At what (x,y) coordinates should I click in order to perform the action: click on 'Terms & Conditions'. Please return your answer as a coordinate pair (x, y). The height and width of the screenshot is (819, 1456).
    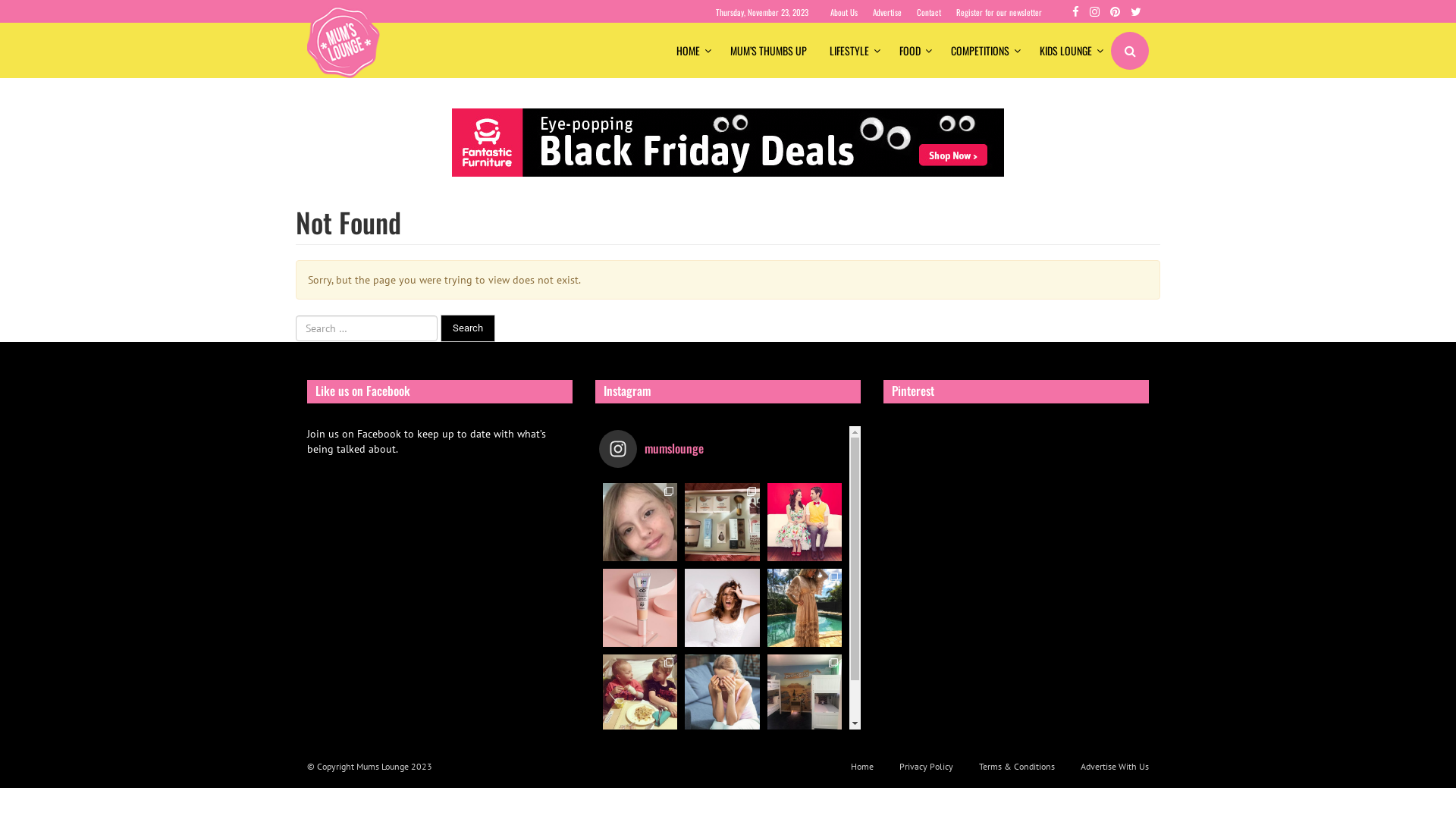
    Looking at the image, I should click on (967, 766).